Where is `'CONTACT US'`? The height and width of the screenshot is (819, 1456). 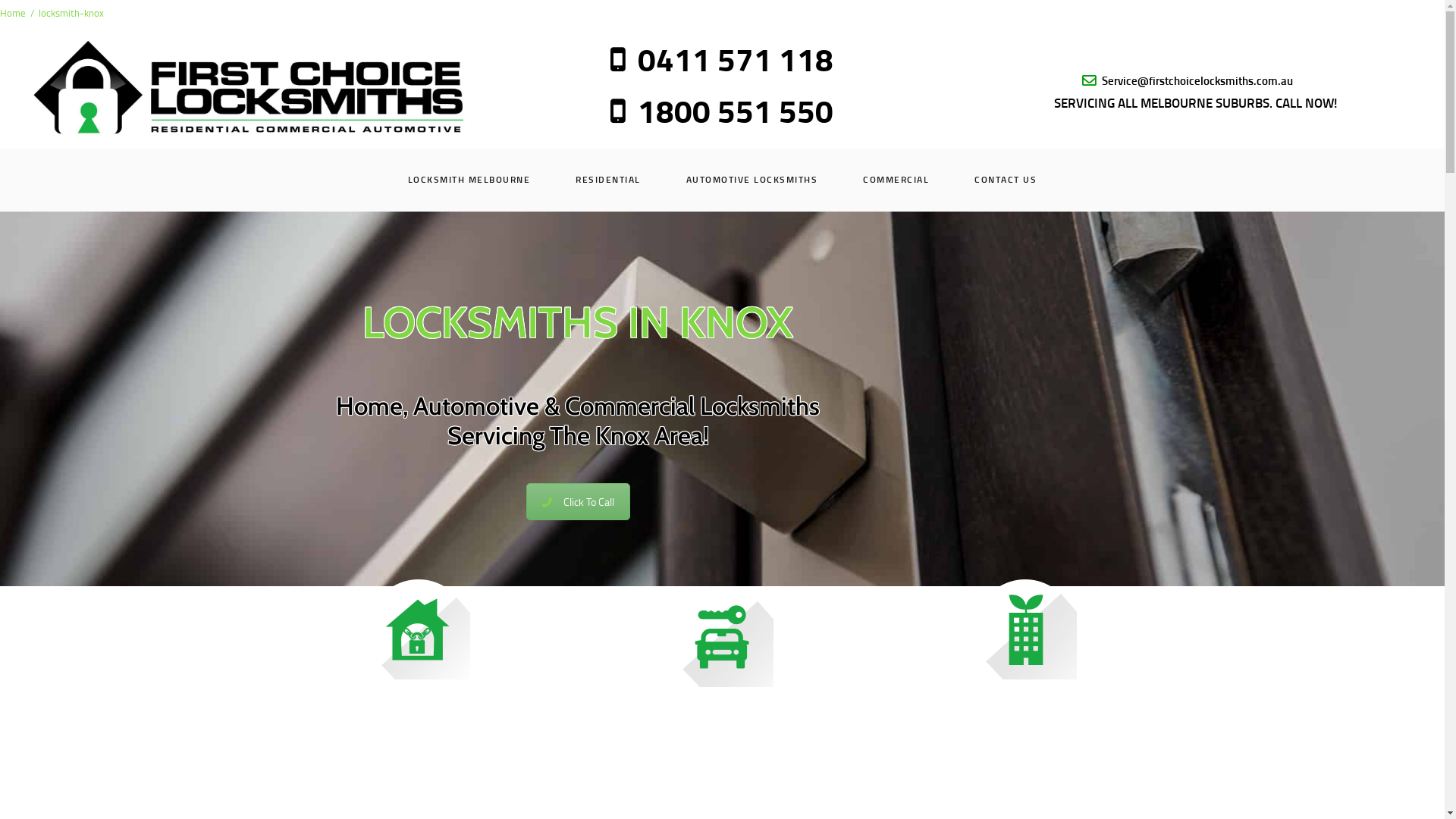 'CONTACT US' is located at coordinates (1005, 178).